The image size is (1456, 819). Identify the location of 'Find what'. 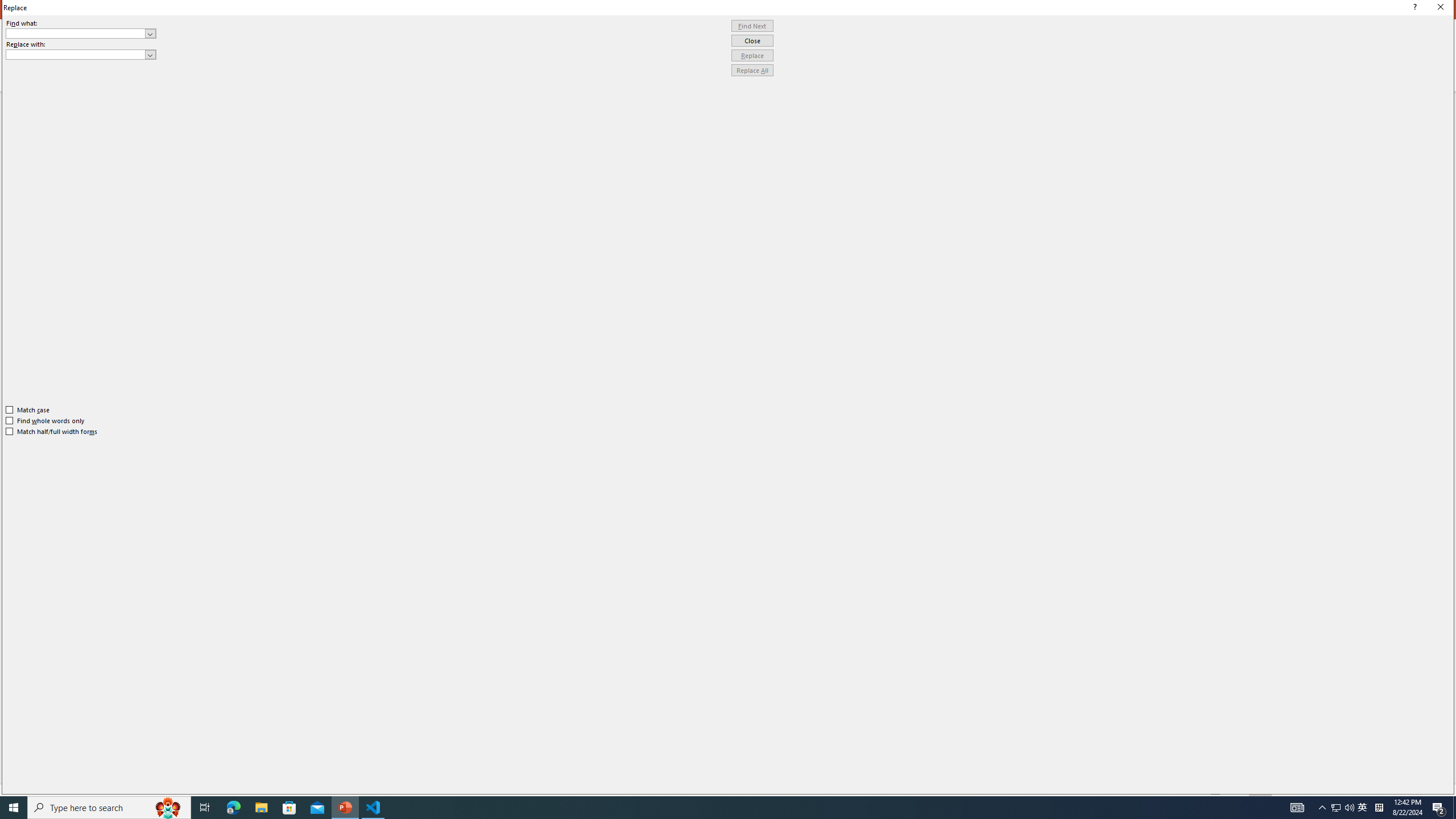
(76, 33).